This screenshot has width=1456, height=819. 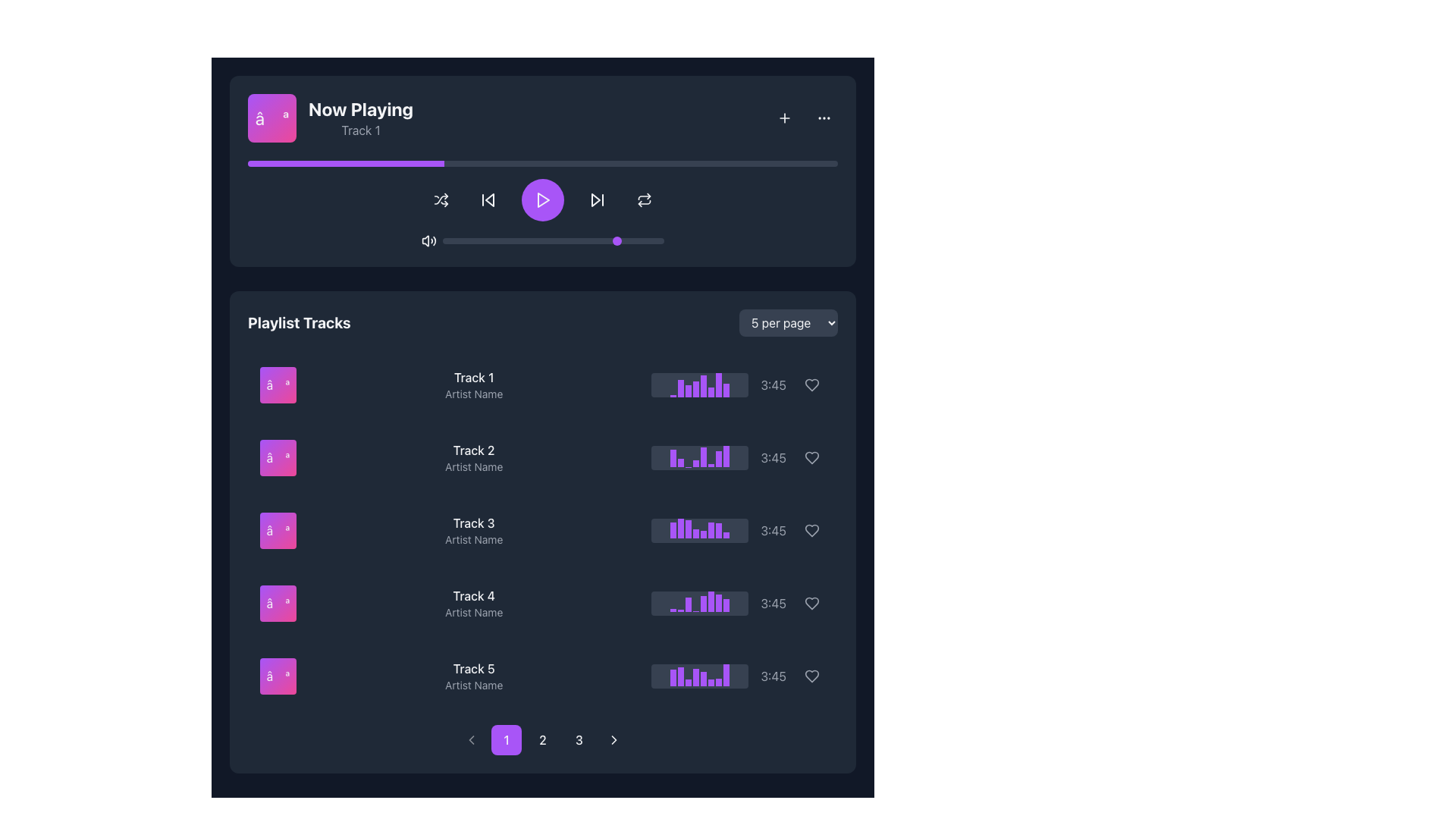 I want to click on the fifth vertical bar in the histogram representation of the track's playback metrics located in the playlist section, so click(x=703, y=456).